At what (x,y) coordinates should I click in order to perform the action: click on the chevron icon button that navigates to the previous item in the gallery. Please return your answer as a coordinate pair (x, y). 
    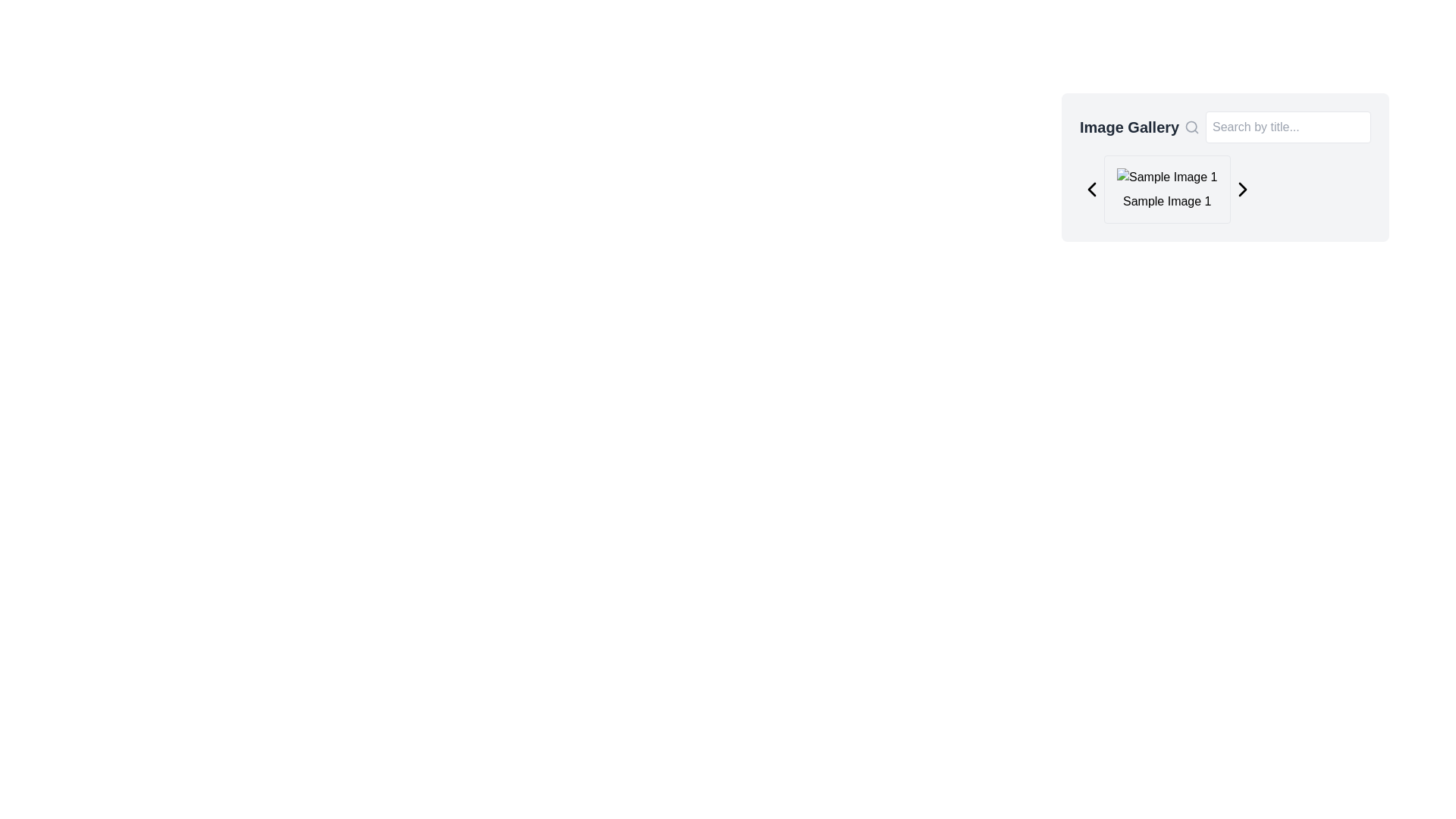
    Looking at the image, I should click on (1092, 189).